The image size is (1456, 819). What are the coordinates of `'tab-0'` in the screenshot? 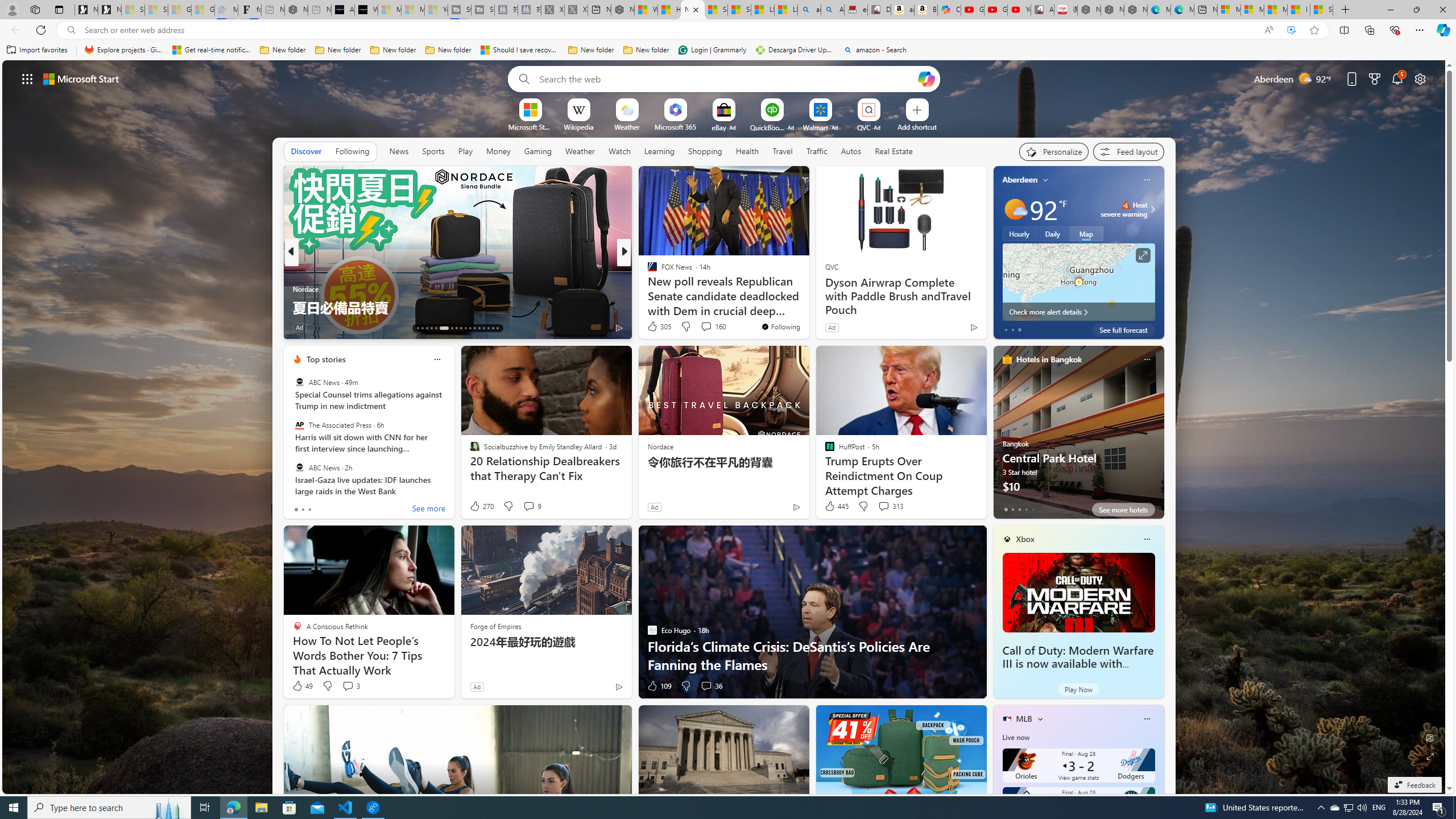 It's located at (1004, 509).